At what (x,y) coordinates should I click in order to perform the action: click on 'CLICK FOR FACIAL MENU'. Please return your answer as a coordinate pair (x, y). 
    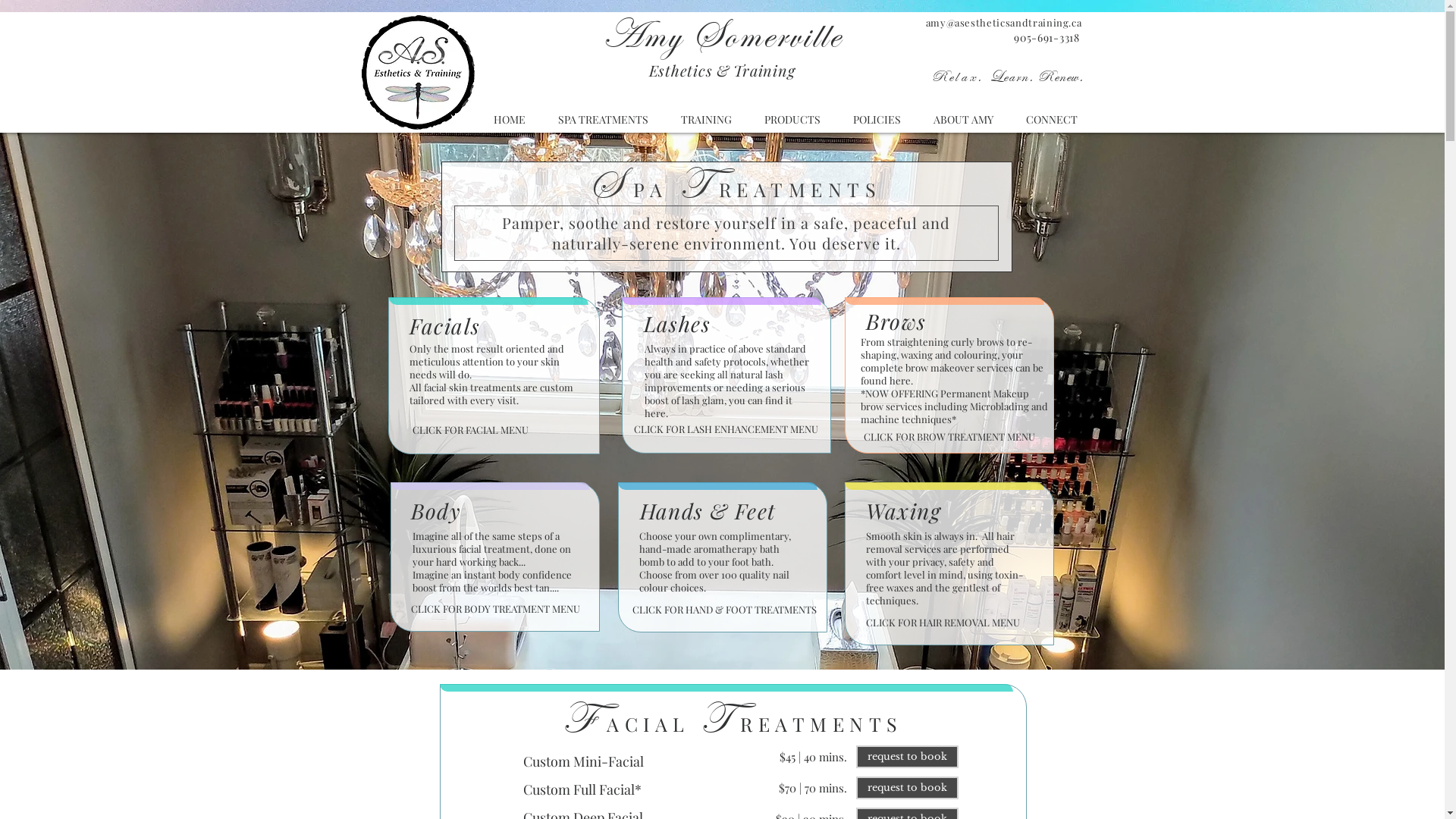
    Looking at the image, I should click on (469, 429).